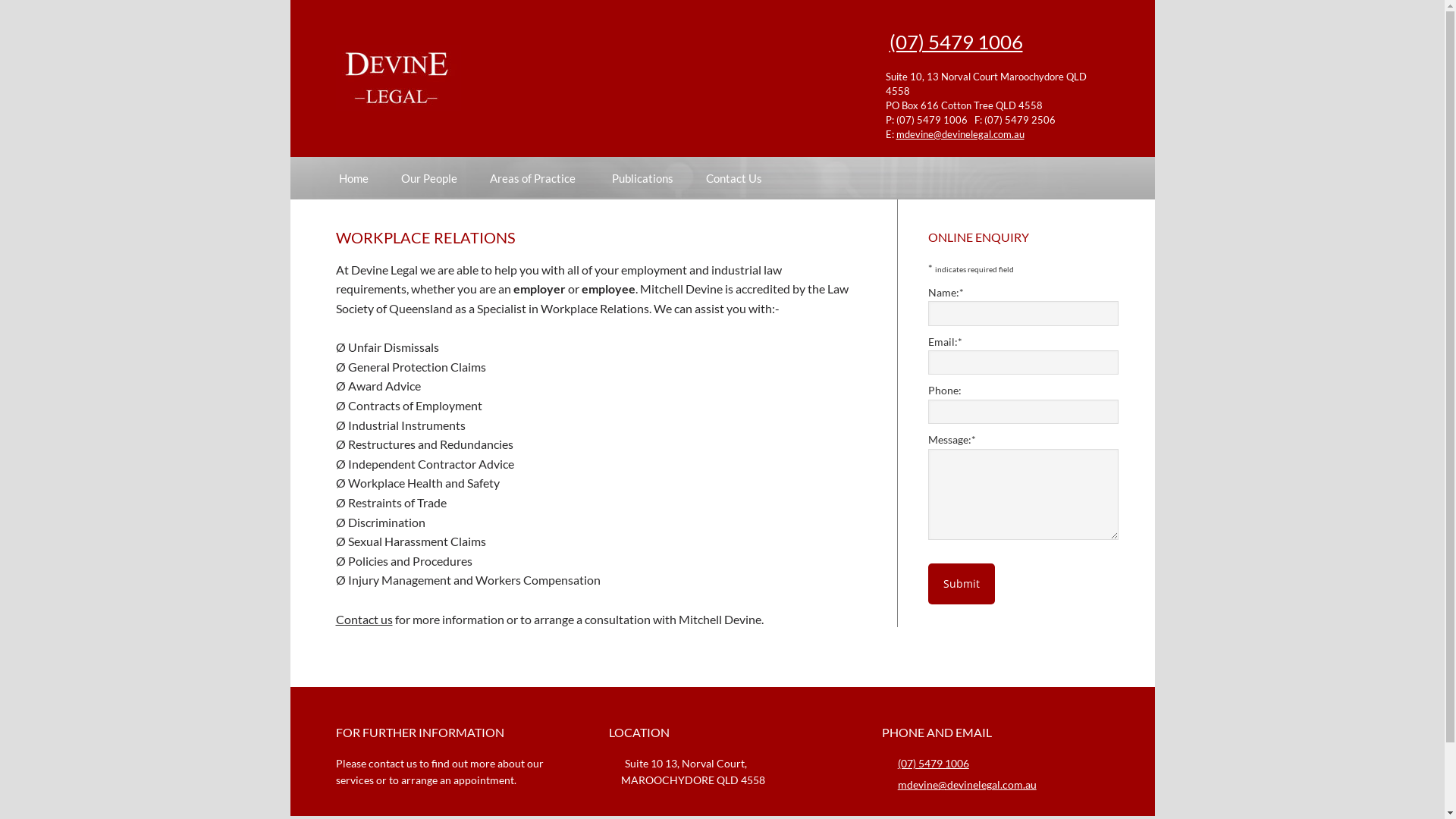 The height and width of the screenshot is (819, 1456). I want to click on 'mdevine@devinelegal.com.au', so click(896, 133).